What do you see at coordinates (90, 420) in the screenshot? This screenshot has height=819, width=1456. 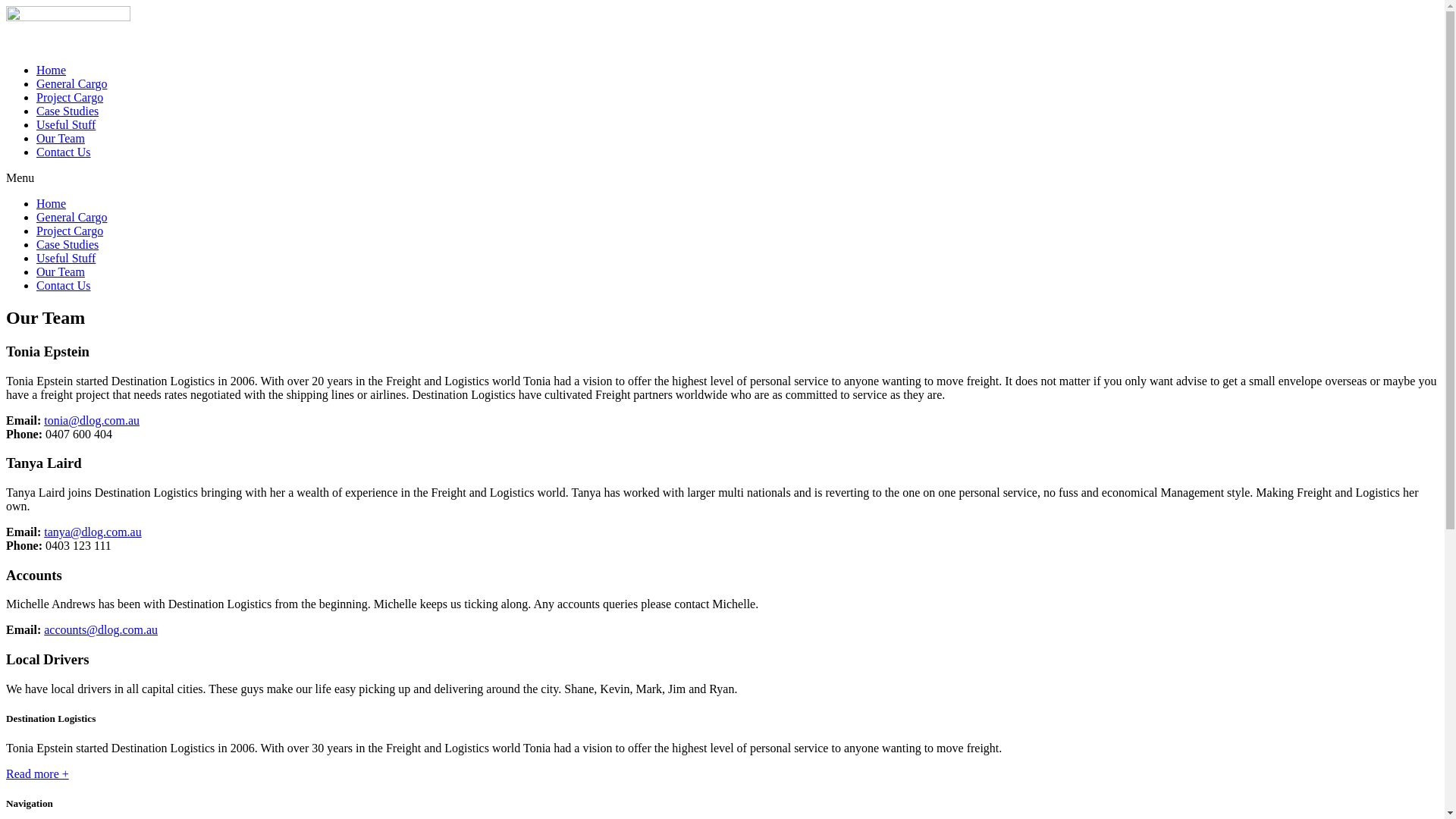 I see `'tonia@dlog.com.au'` at bounding box center [90, 420].